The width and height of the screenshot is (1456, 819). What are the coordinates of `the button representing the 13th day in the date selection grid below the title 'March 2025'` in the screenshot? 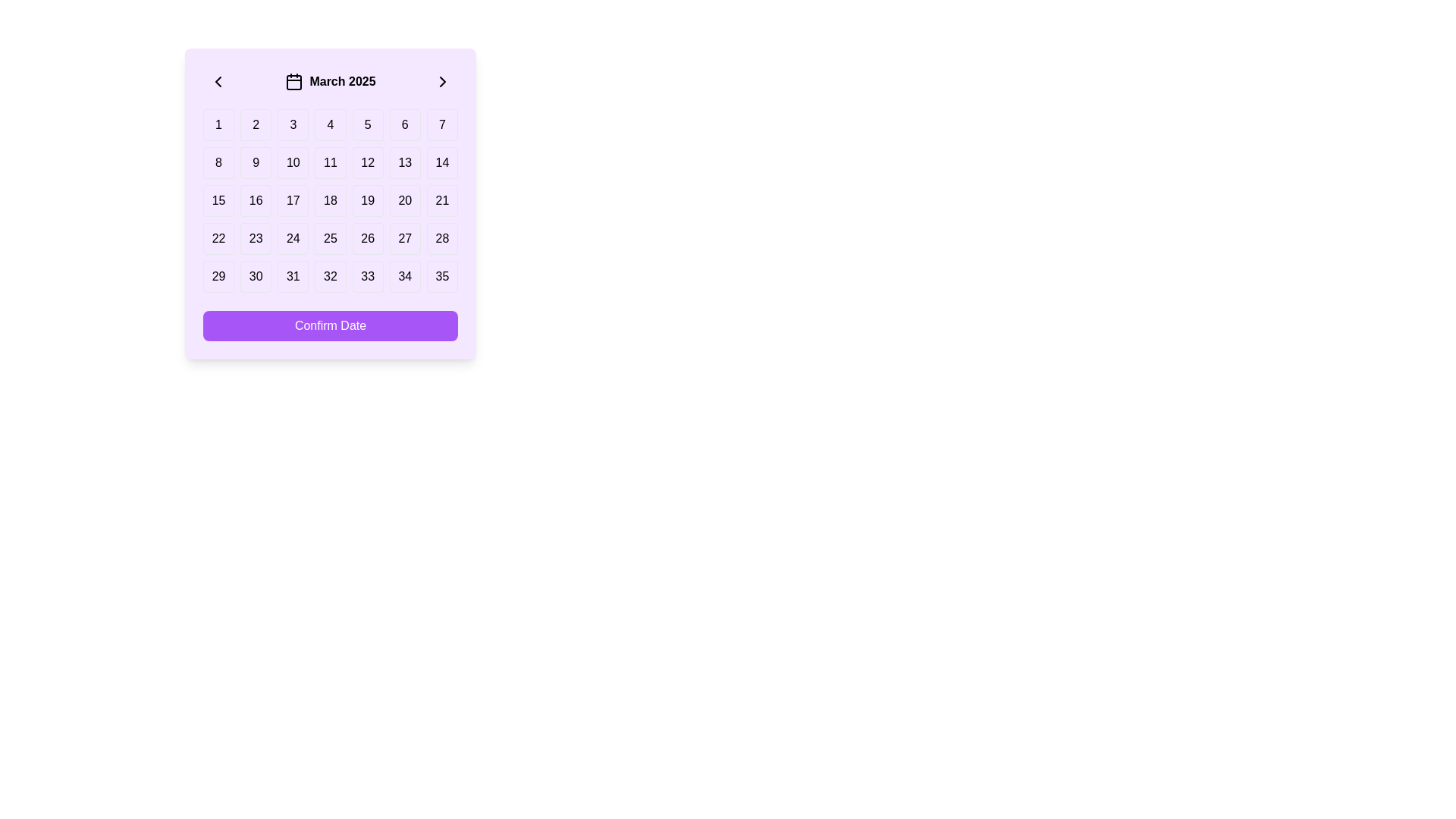 It's located at (404, 163).